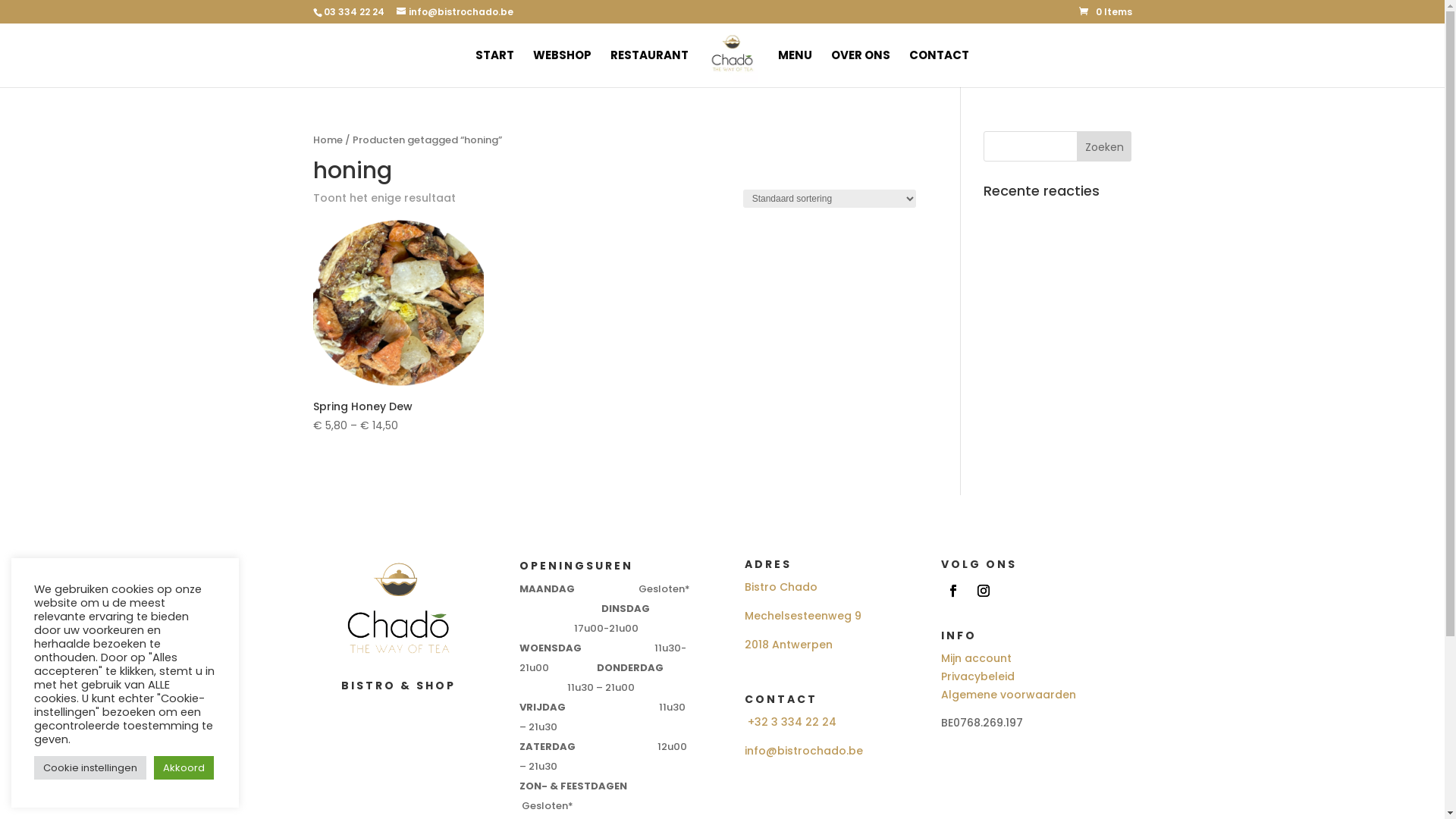 This screenshot has height=819, width=1456. I want to click on 'Follow on Facebook', so click(952, 590).